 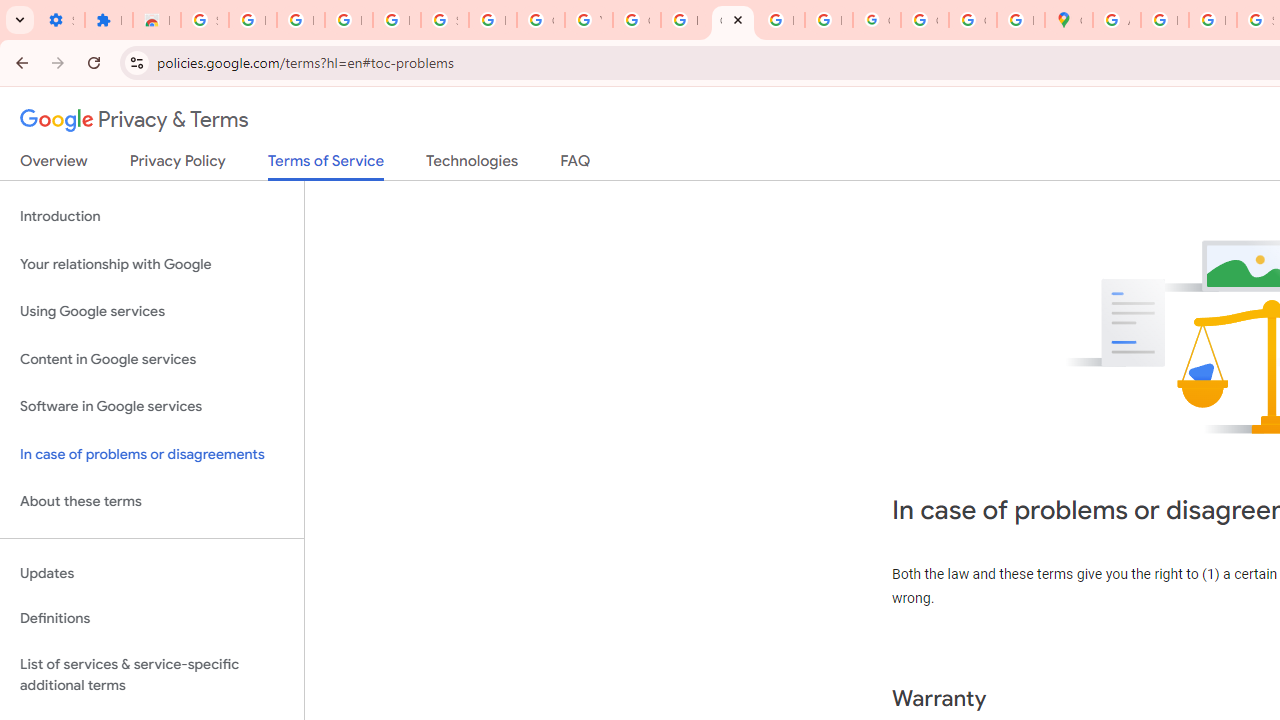 I want to click on 'Content in Google services', so click(x=151, y=358).